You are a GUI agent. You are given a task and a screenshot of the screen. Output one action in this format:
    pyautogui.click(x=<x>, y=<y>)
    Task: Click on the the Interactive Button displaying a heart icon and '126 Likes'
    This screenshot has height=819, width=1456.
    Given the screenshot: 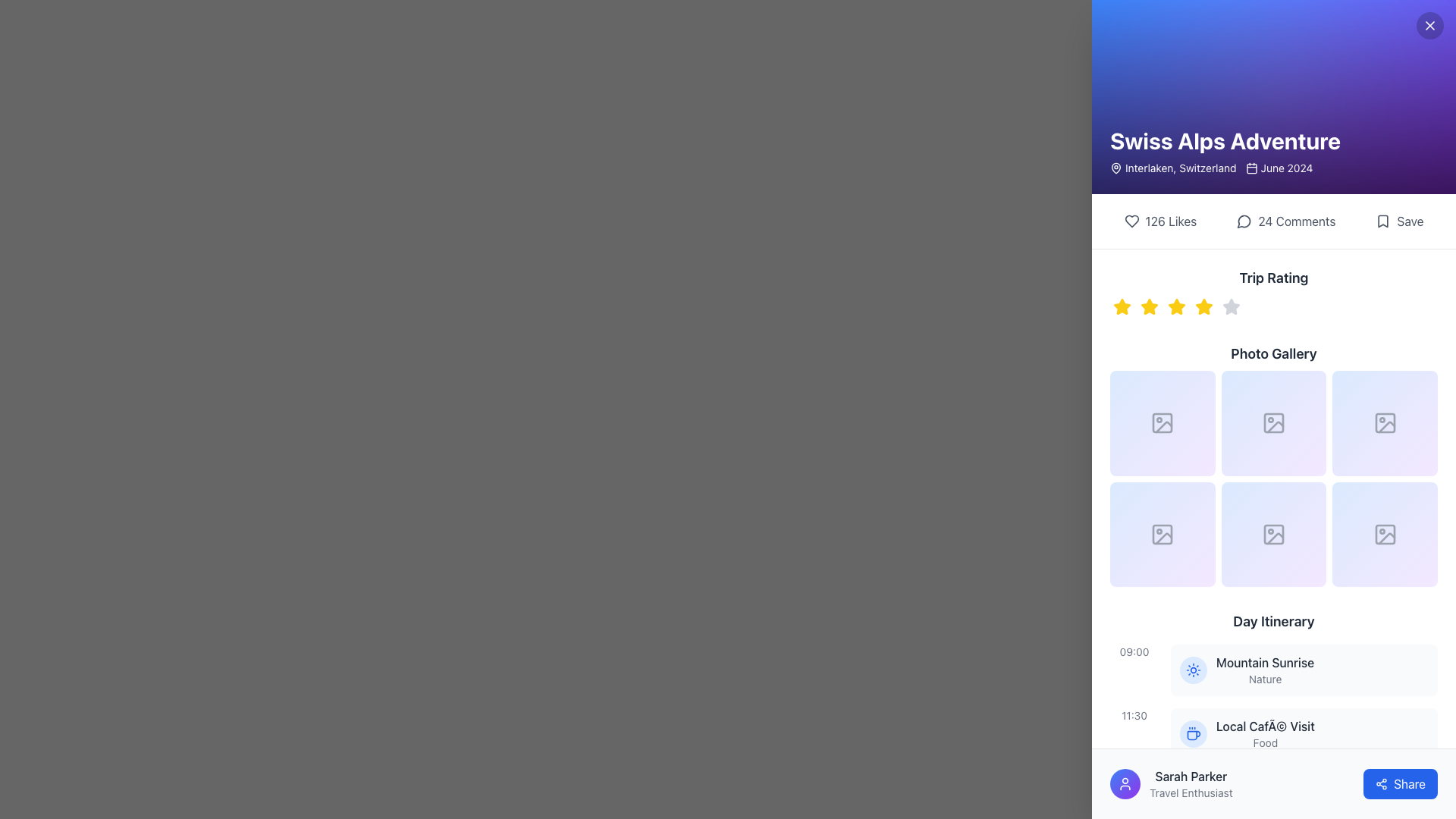 What is the action you would take?
    pyautogui.click(x=1159, y=221)
    